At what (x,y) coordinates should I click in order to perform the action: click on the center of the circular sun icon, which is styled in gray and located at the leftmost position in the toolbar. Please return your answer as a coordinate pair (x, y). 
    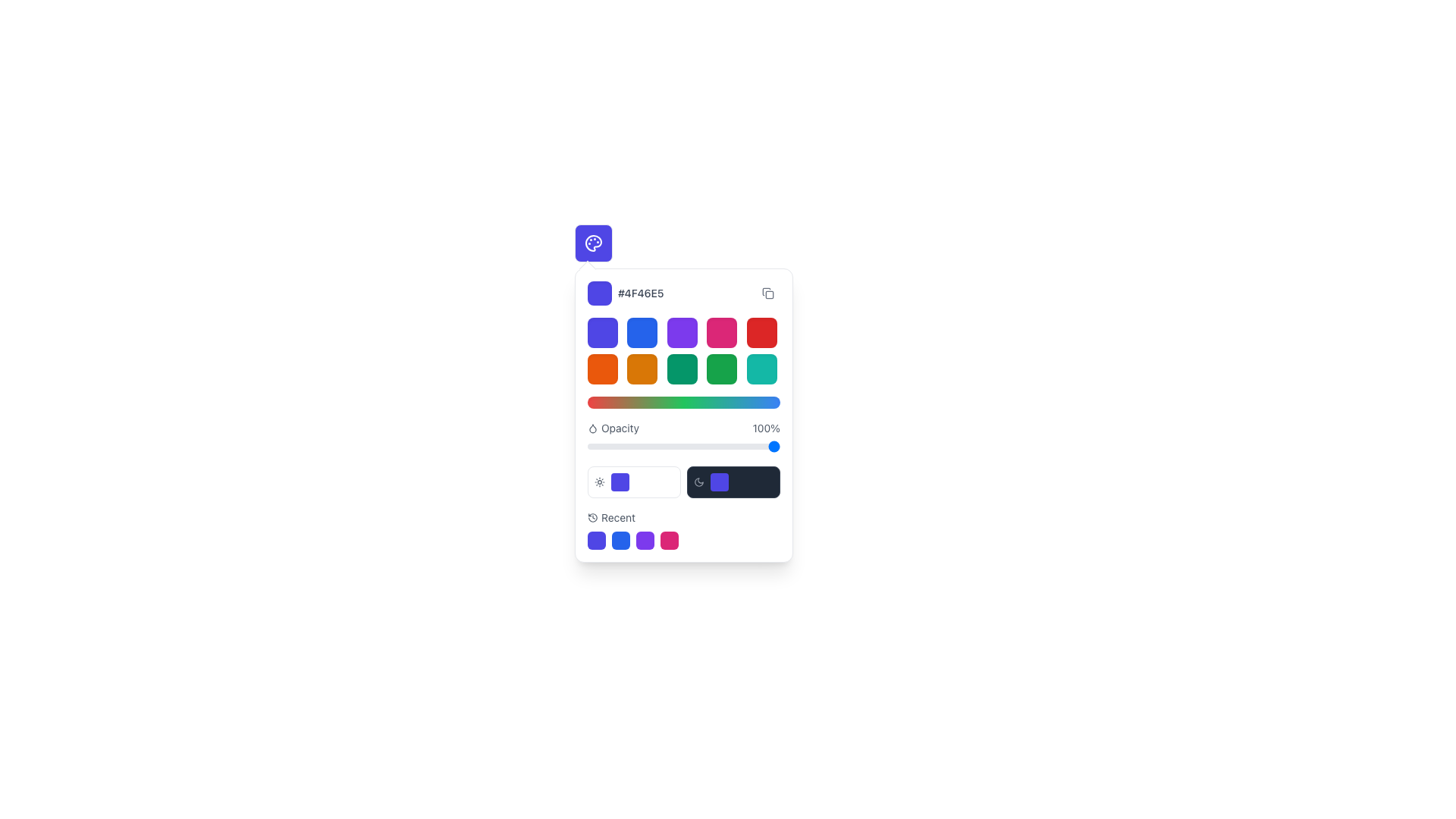
    Looking at the image, I should click on (599, 482).